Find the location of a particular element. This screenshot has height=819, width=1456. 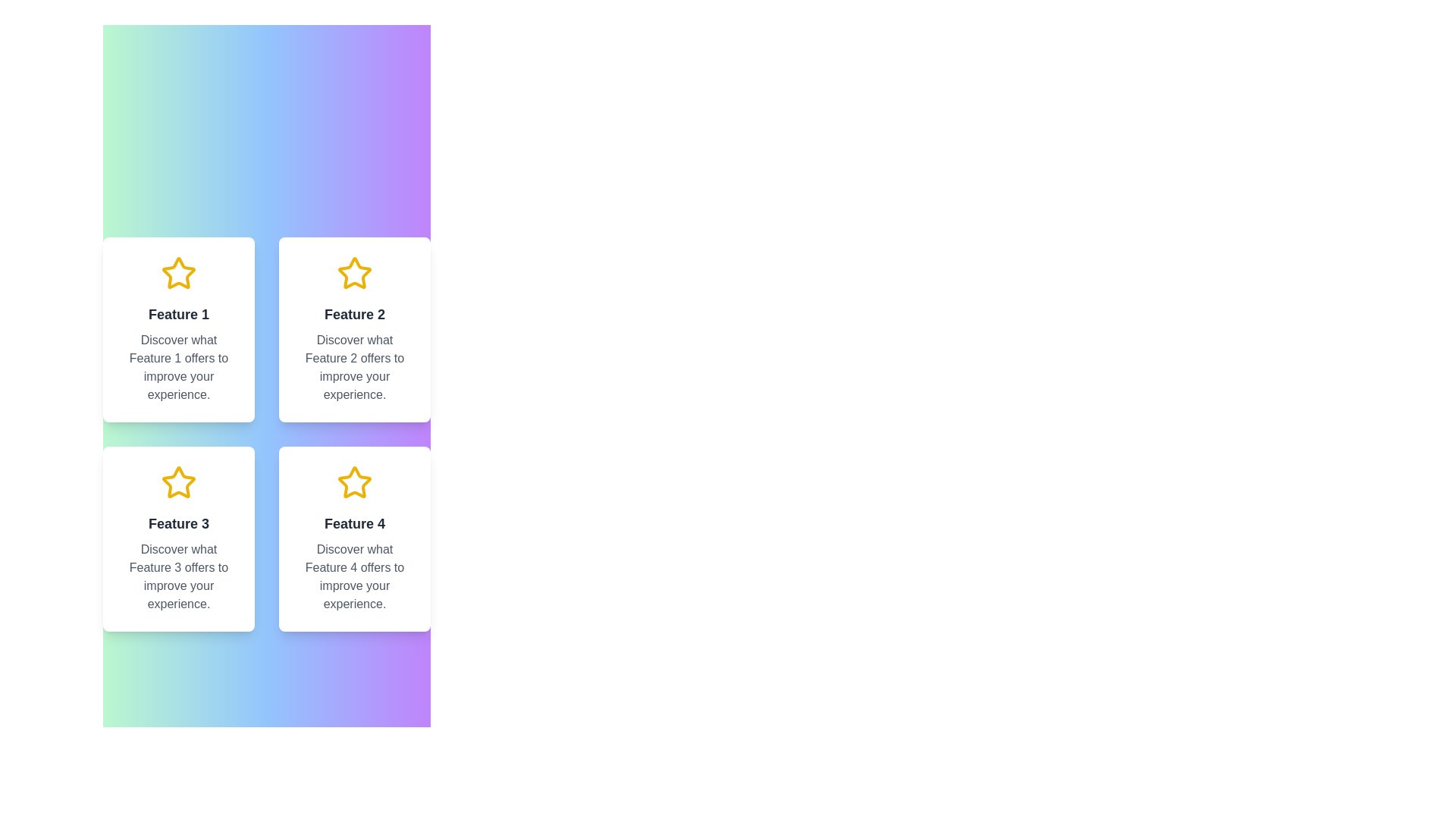

the star icon located in the top-left card of the grid structure, which symbolizes importance or feature highlighting, positioned above the heading 'Feature 1' is located at coordinates (178, 274).